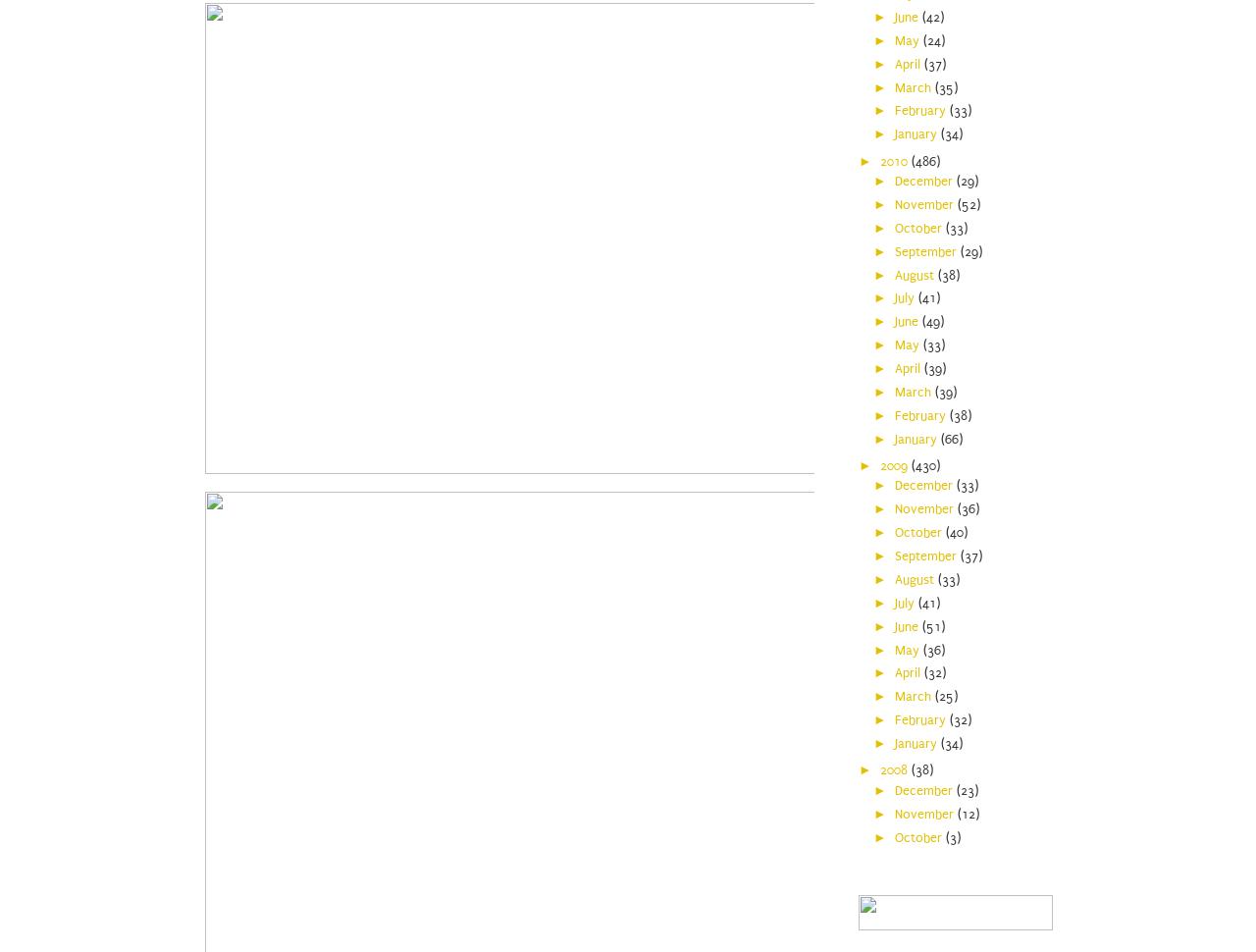 Image resolution: width=1256 pixels, height=952 pixels. I want to click on '(51)', so click(931, 624).